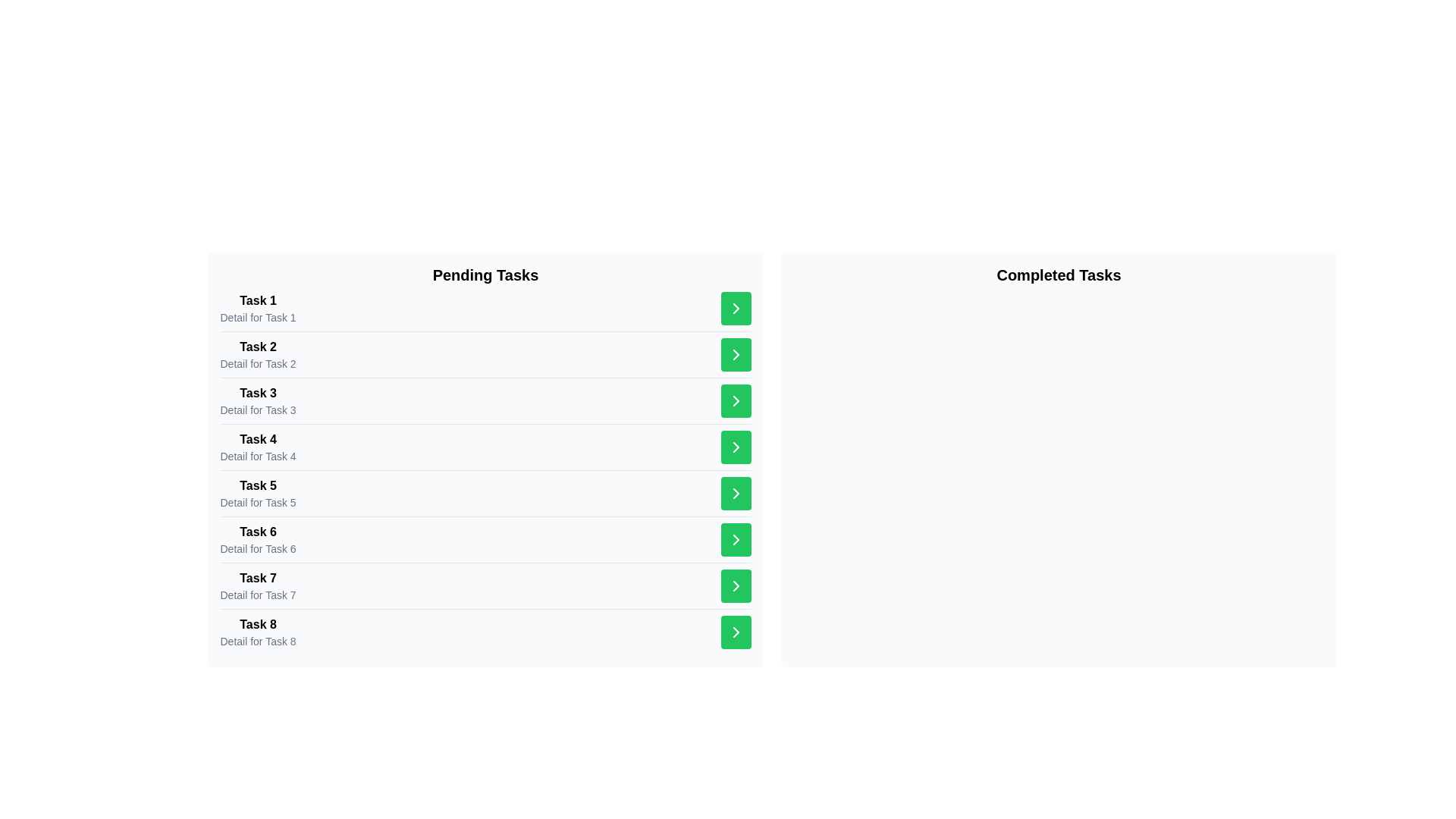 The image size is (1456, 819). I want to click on the button located on the right side of the 'Task 3' row under 'Pending Tasks', so click(736, 400).